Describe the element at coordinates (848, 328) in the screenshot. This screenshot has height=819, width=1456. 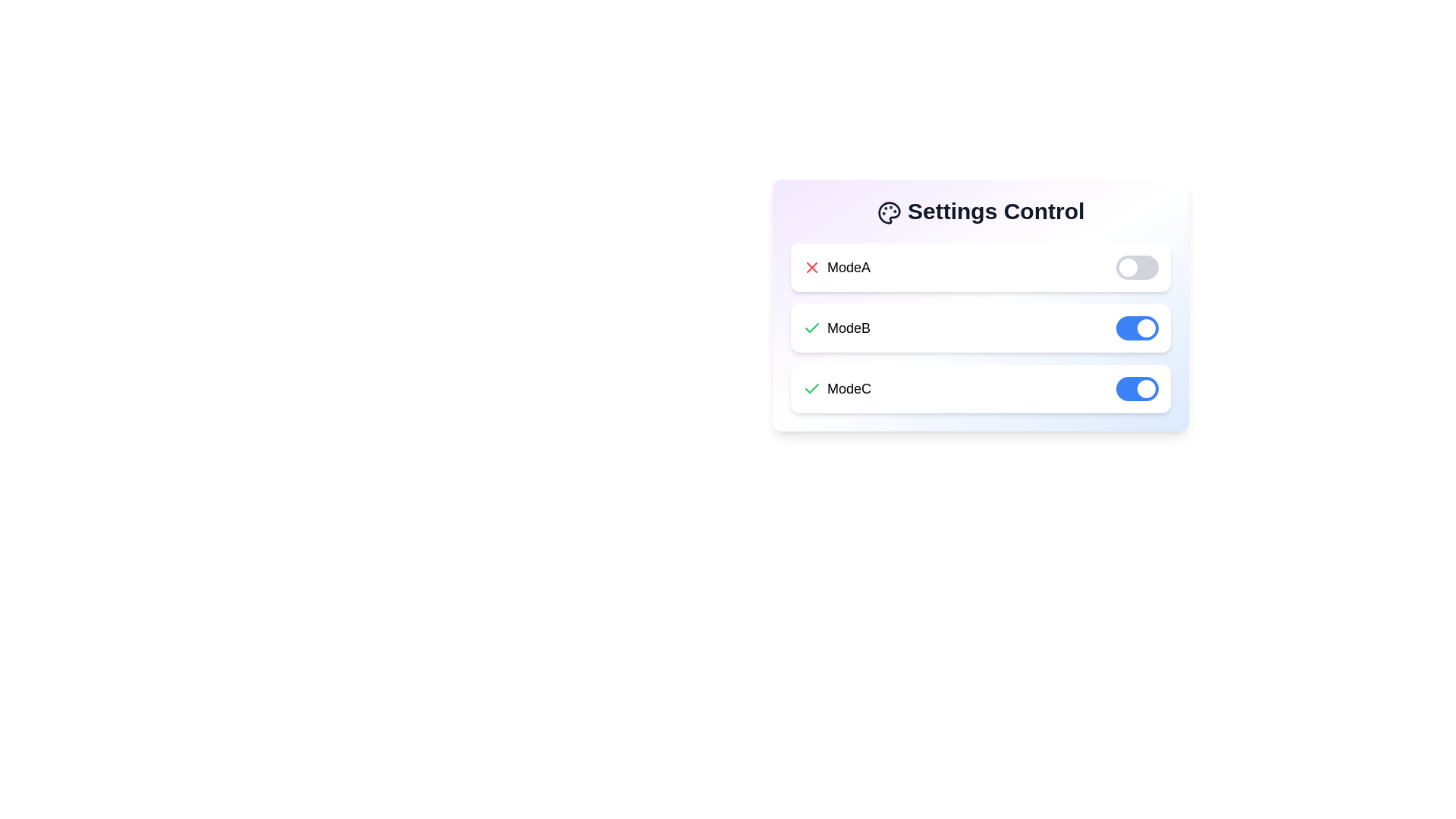
I see `the label indicating the name or state of a toggleable configuration, which is located in the second row of a structured list with a green checkmark icon to its left and a blue toggle switch to its right` at that location.